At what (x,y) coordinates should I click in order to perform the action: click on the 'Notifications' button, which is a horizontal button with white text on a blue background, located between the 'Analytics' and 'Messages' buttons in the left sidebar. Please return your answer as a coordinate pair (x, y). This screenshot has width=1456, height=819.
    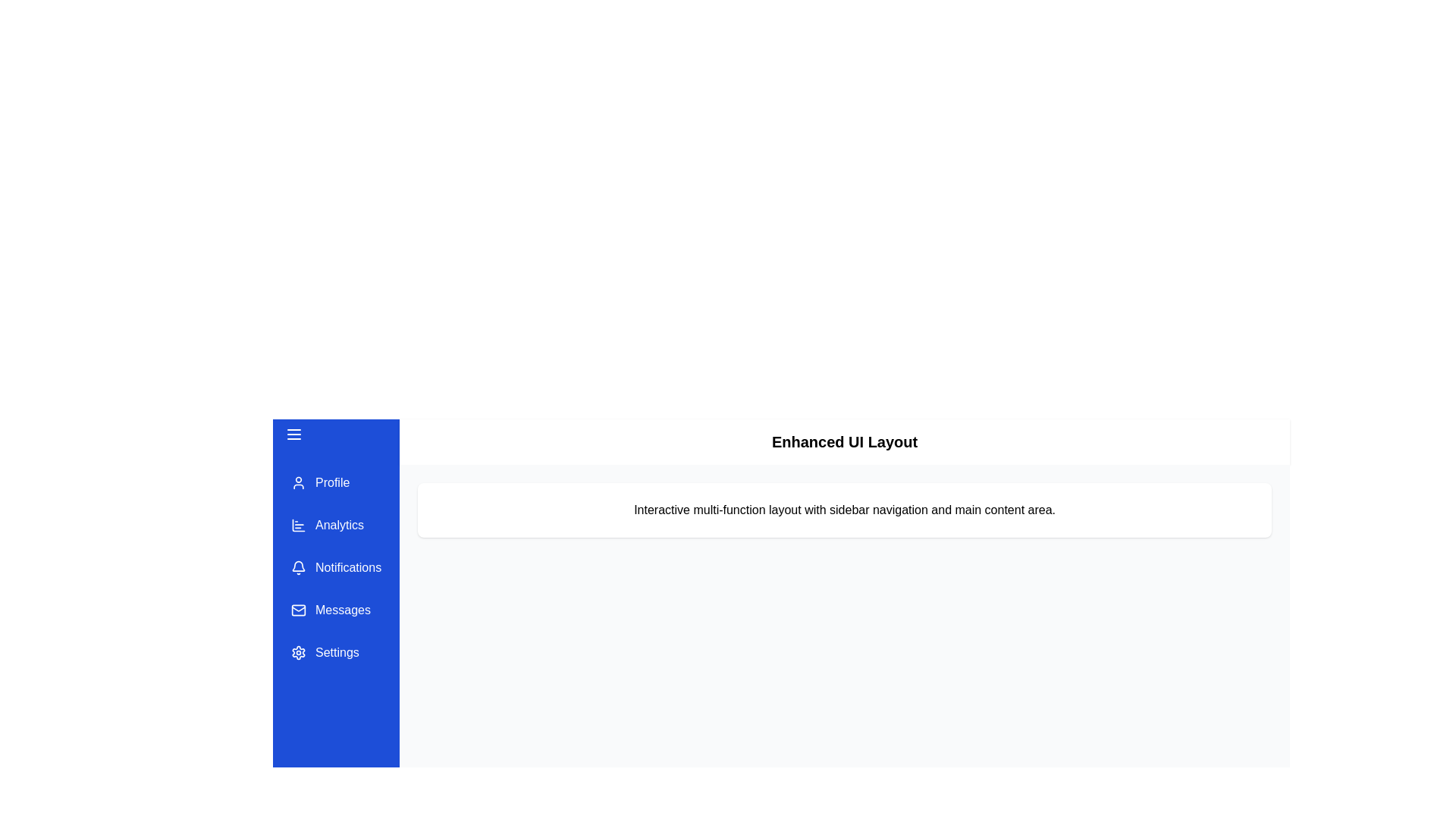
    Looking at the image, I should click on (335, 567).